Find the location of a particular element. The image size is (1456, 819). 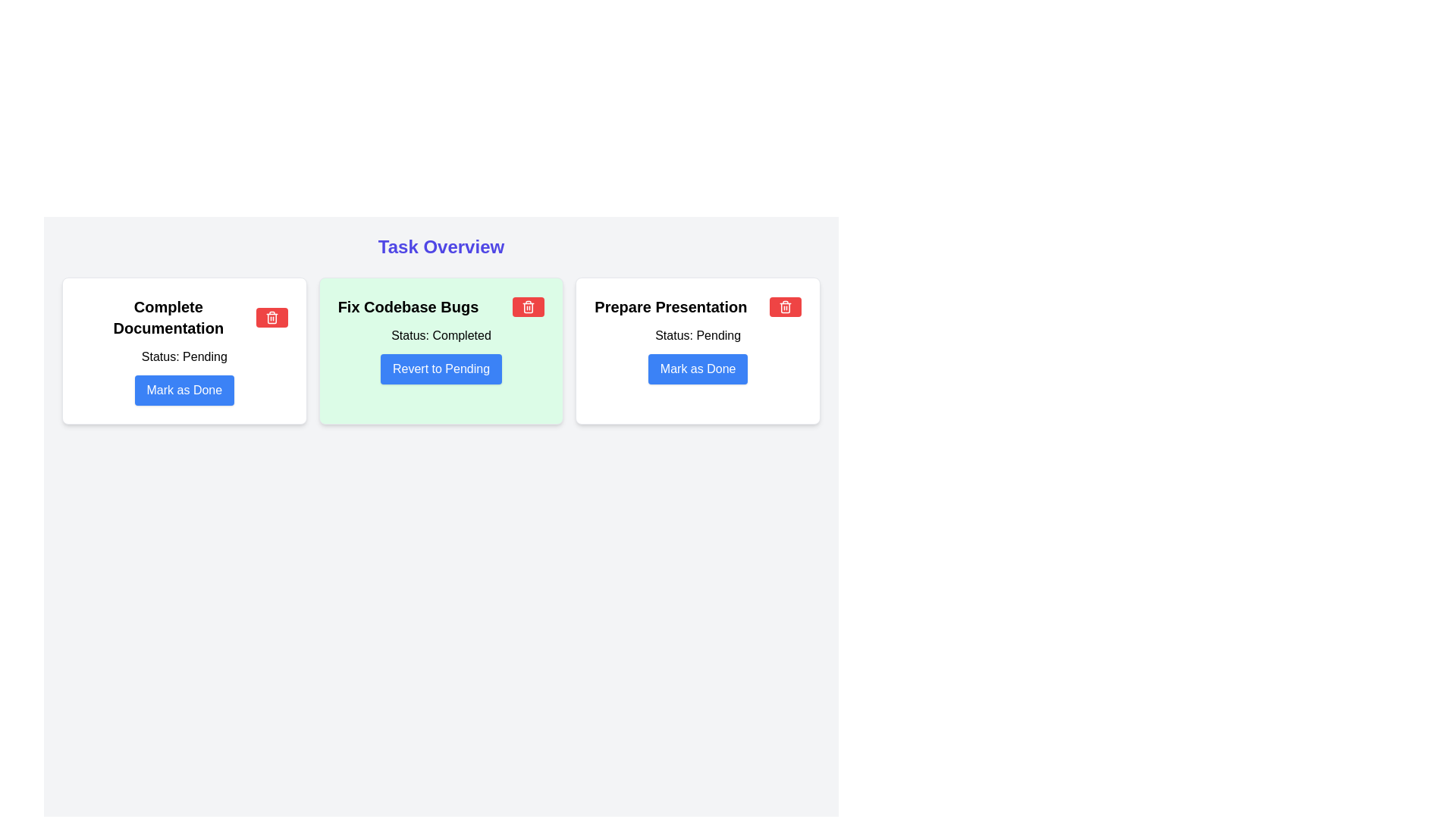

the text label displaying the current status of the task in the 'Prepare Presentation' card, located below the title and above the 'Mark as Done' button is located at coordinates (697, 335).